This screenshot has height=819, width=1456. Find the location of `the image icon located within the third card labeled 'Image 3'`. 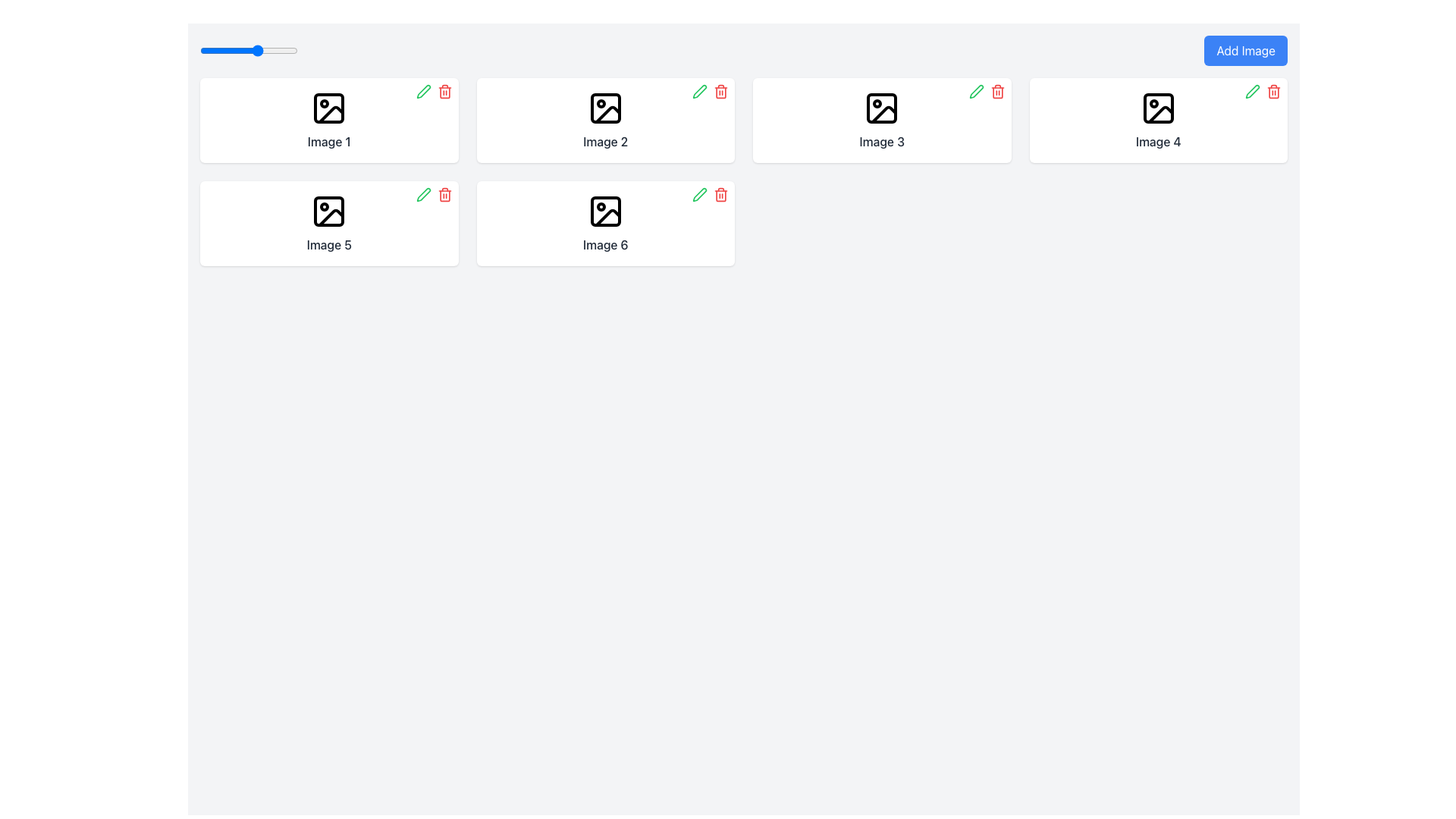

the image icon located within the third card labeled 'Image 3' is located at coordinates (882, 107).